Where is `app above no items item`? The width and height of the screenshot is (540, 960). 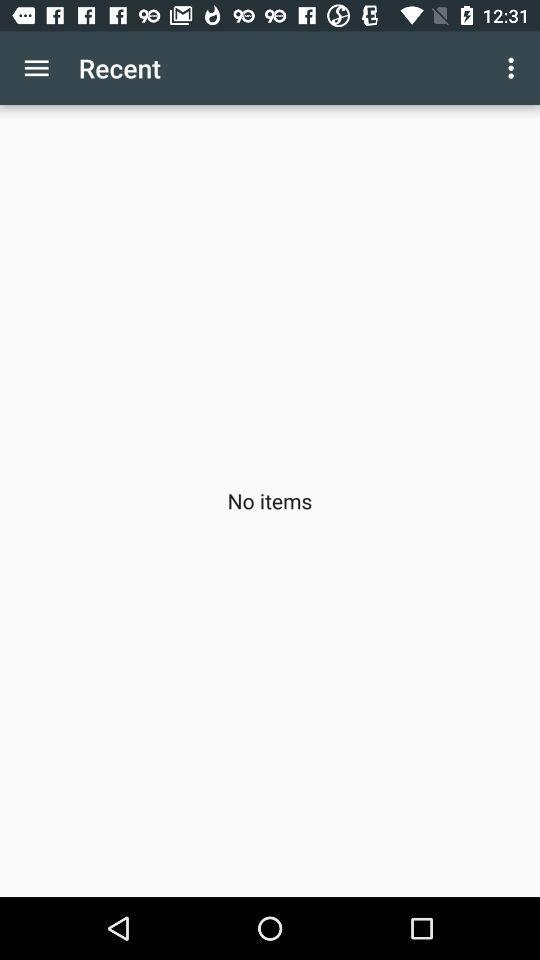 app above no items item is located at coordinates (36, 68).